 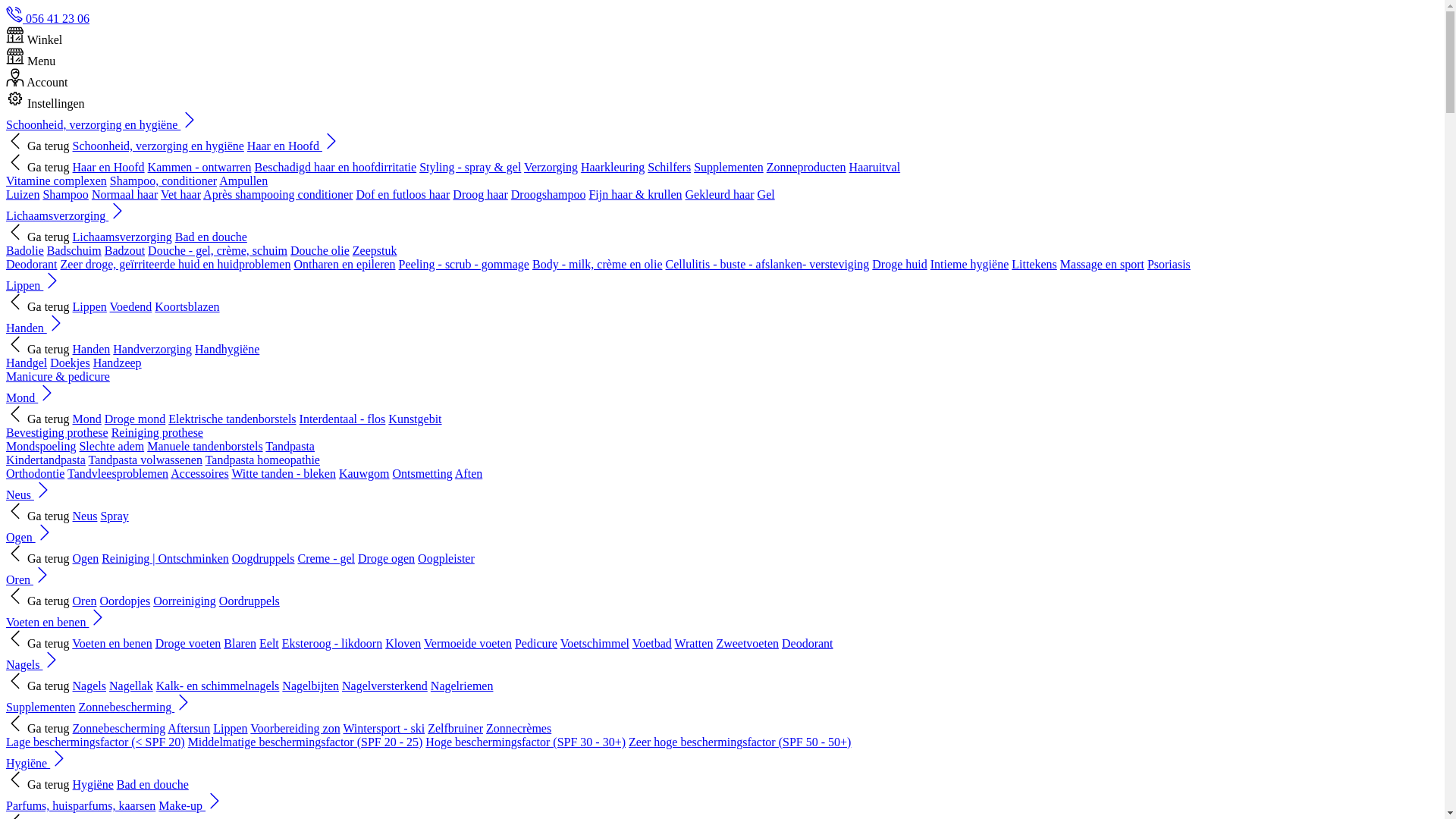 I want to click on 'Blaren', so click(x=239, y=643).